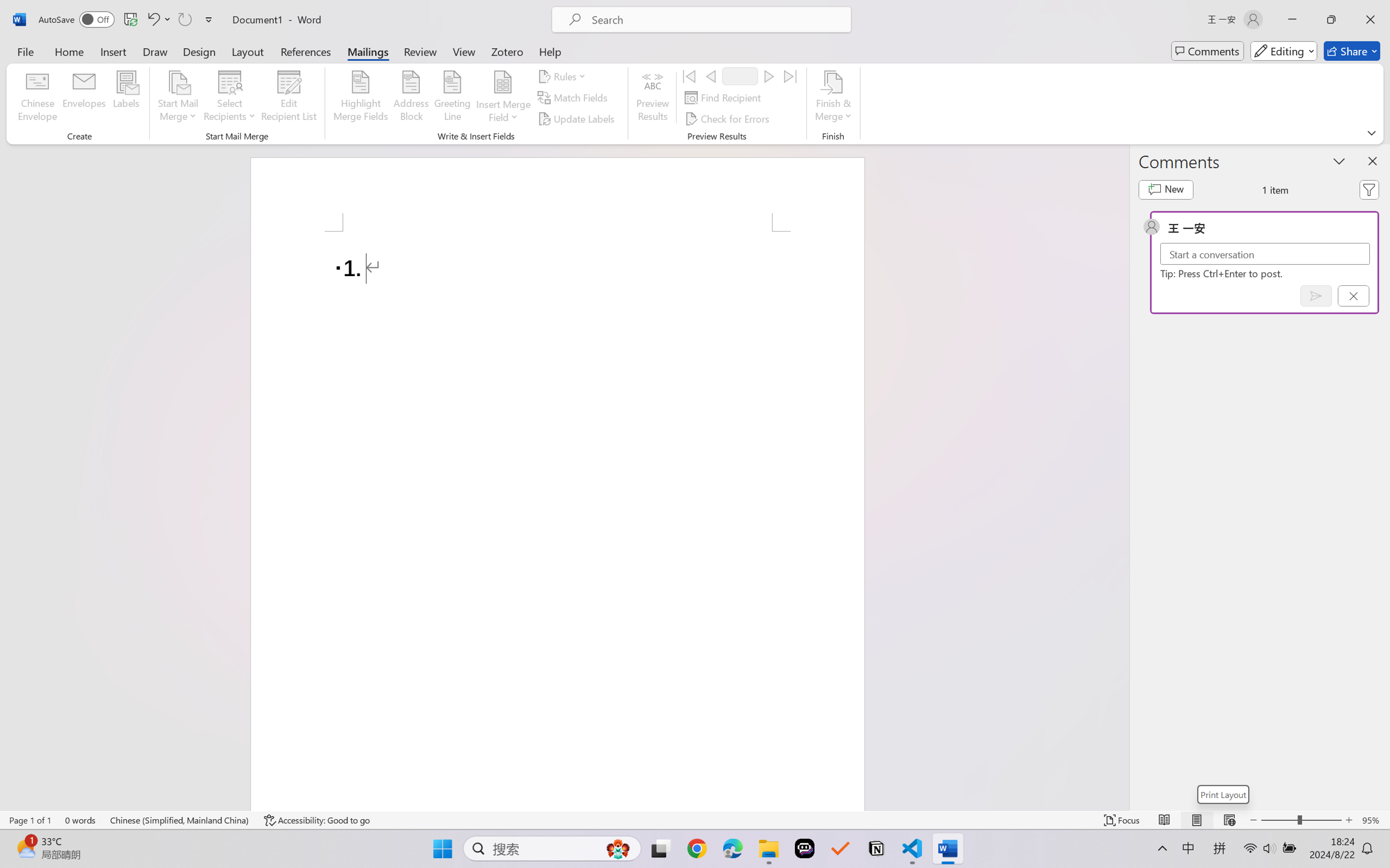 The height and width of the screenshot is (868, 1390). I want to click on 'Select Recipients', so click(229, 98).